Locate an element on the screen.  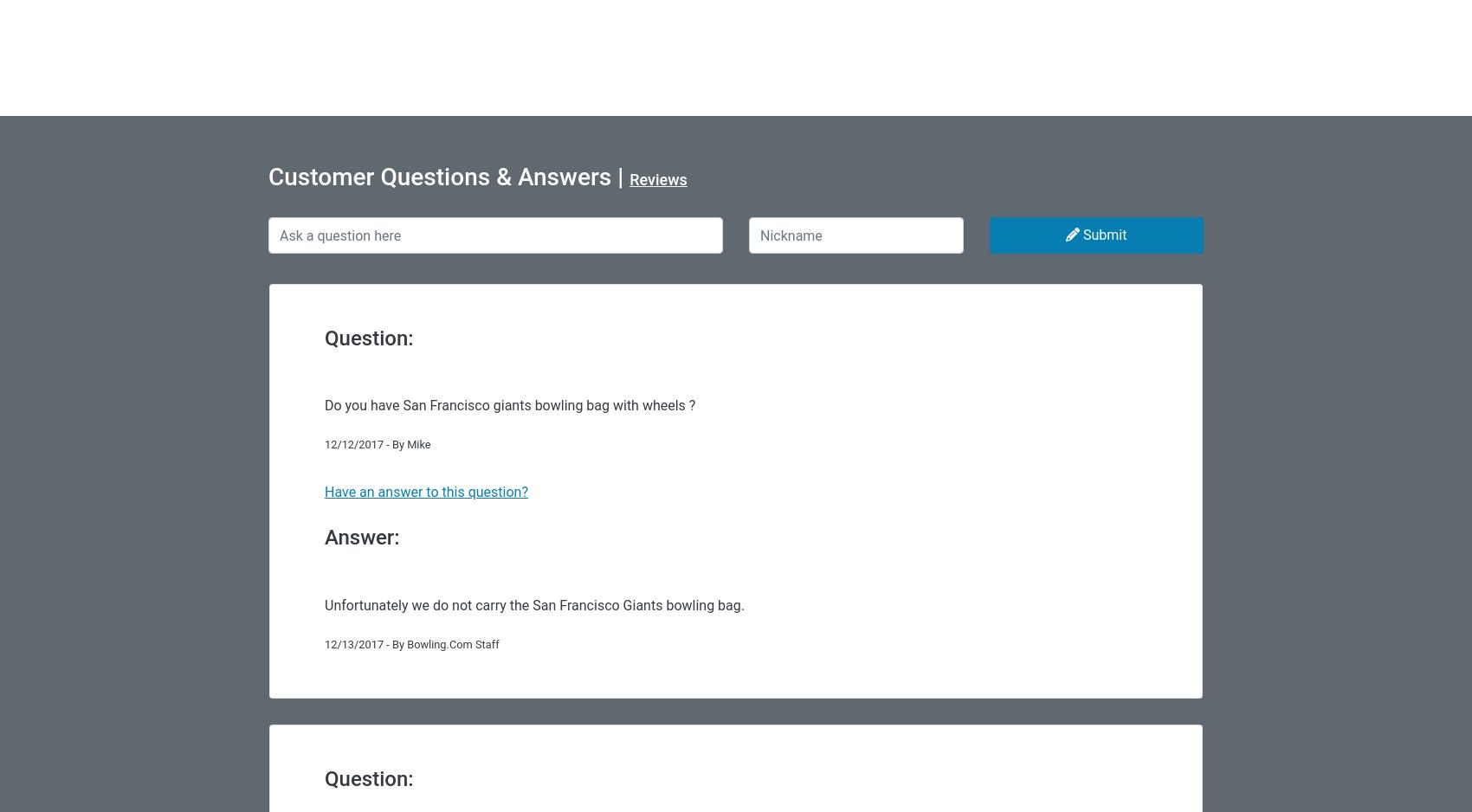
'12/13/2017 - By' is located at coordinates (365, 643).